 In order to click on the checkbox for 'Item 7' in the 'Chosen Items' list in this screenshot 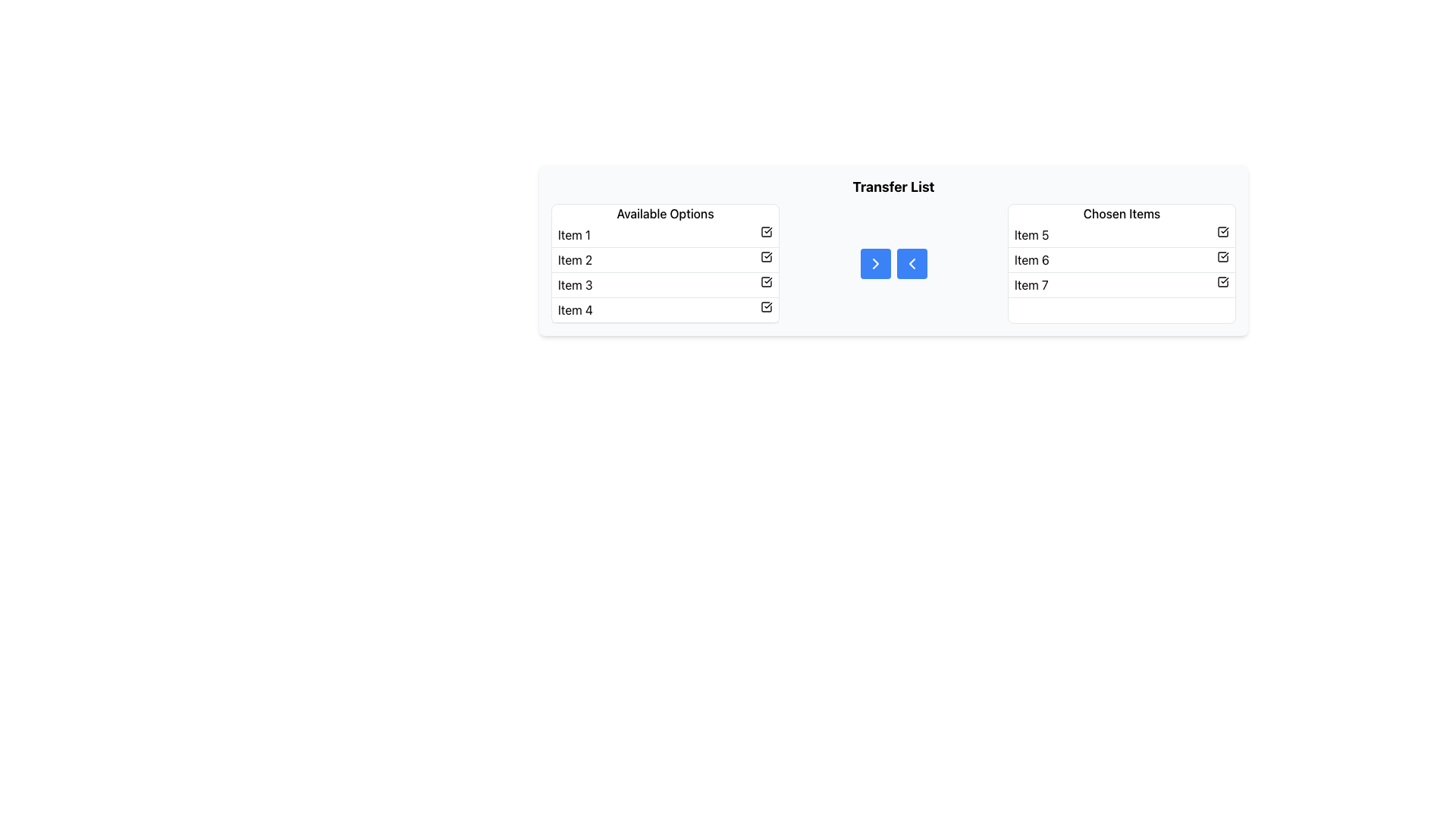, I will do `click(1222, 281)`.